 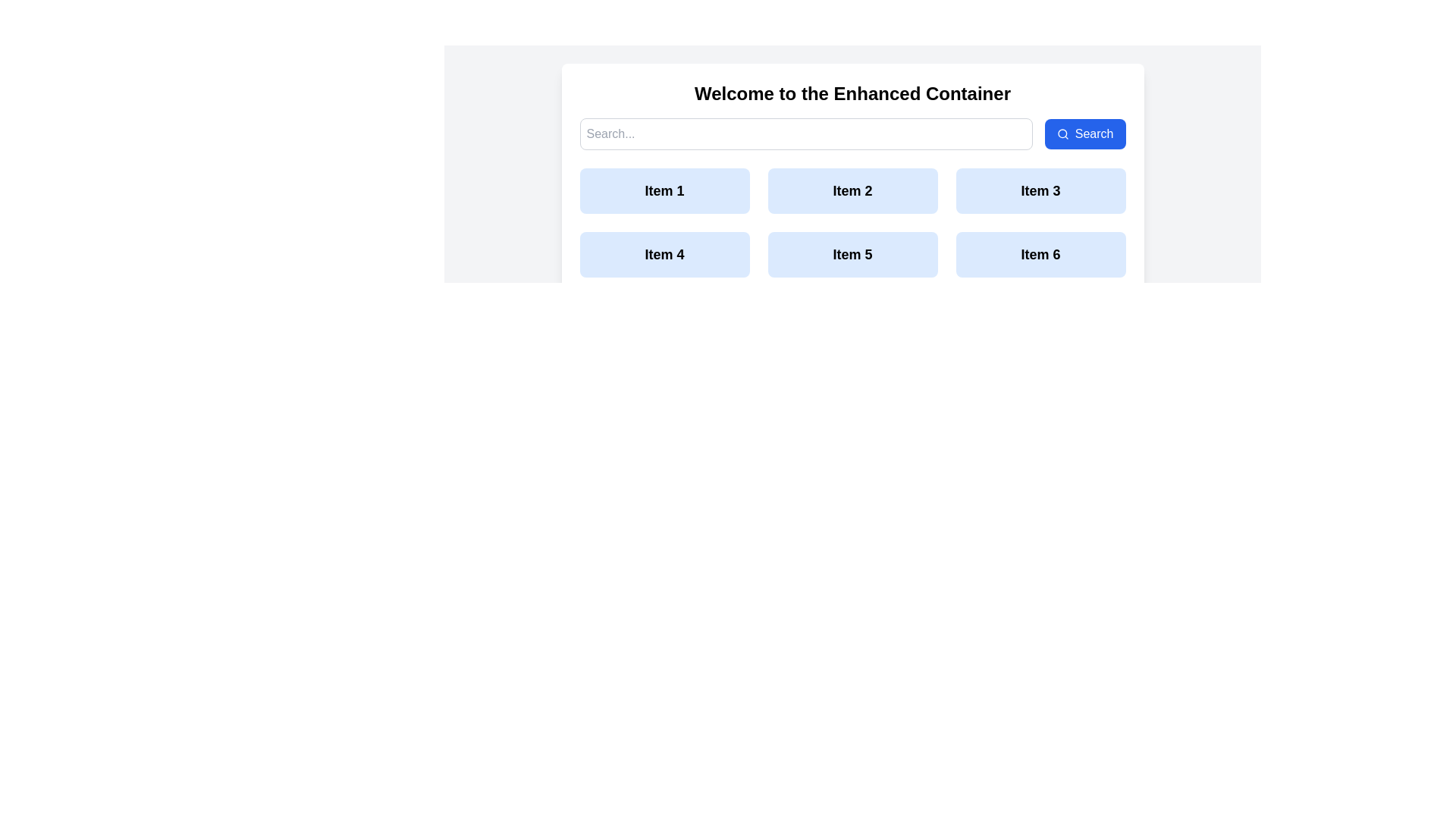 I want to click on the blue circular icon located on the left side of the search icon at the top-right corner of the interface, so click(x=1062, y=133).